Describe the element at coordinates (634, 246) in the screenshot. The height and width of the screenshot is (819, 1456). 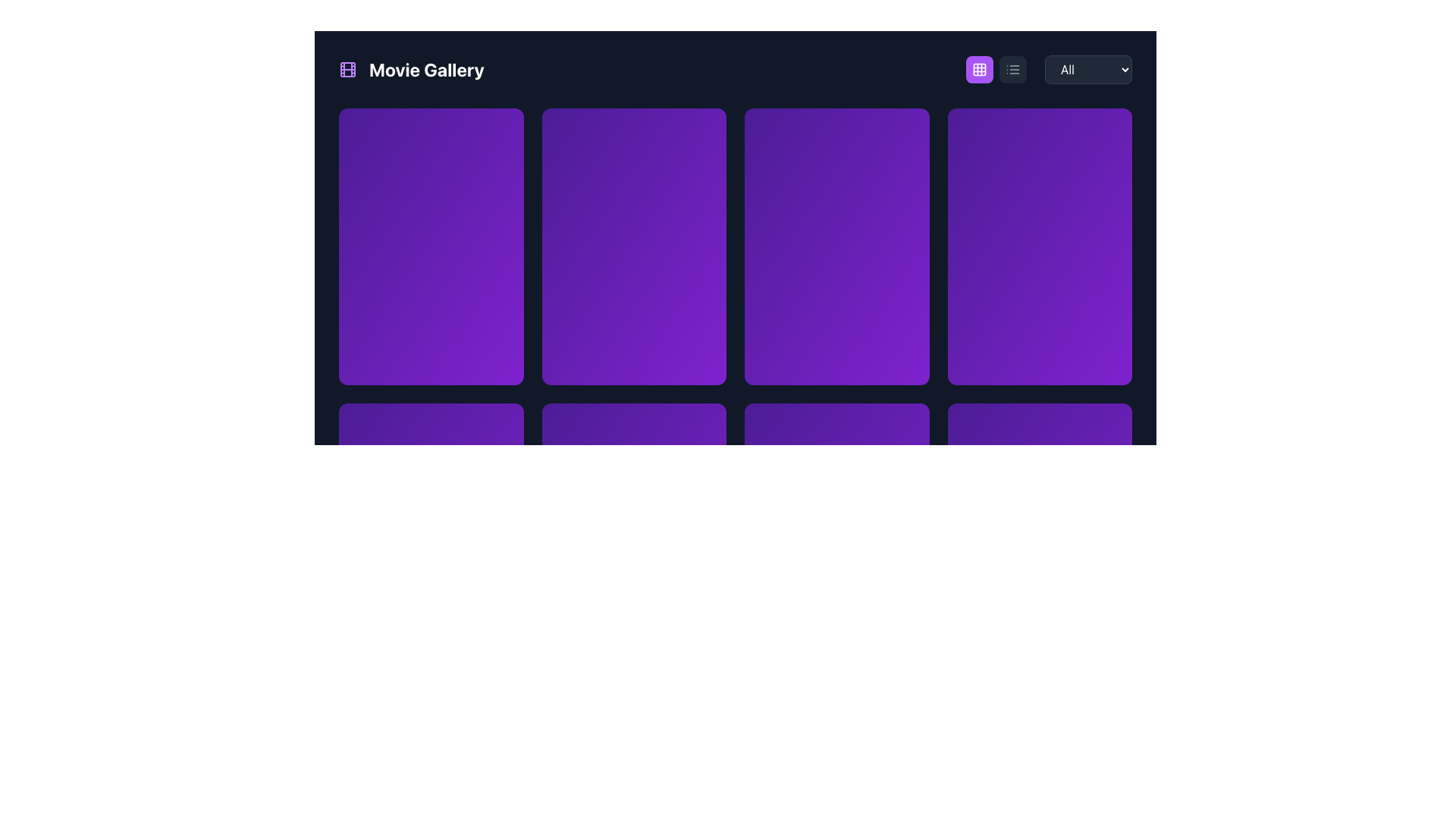
I see `the rectangular card with rounded corners, featuring a gradient background from violet to purple, located in the top row, middle column of the grid` at that location.